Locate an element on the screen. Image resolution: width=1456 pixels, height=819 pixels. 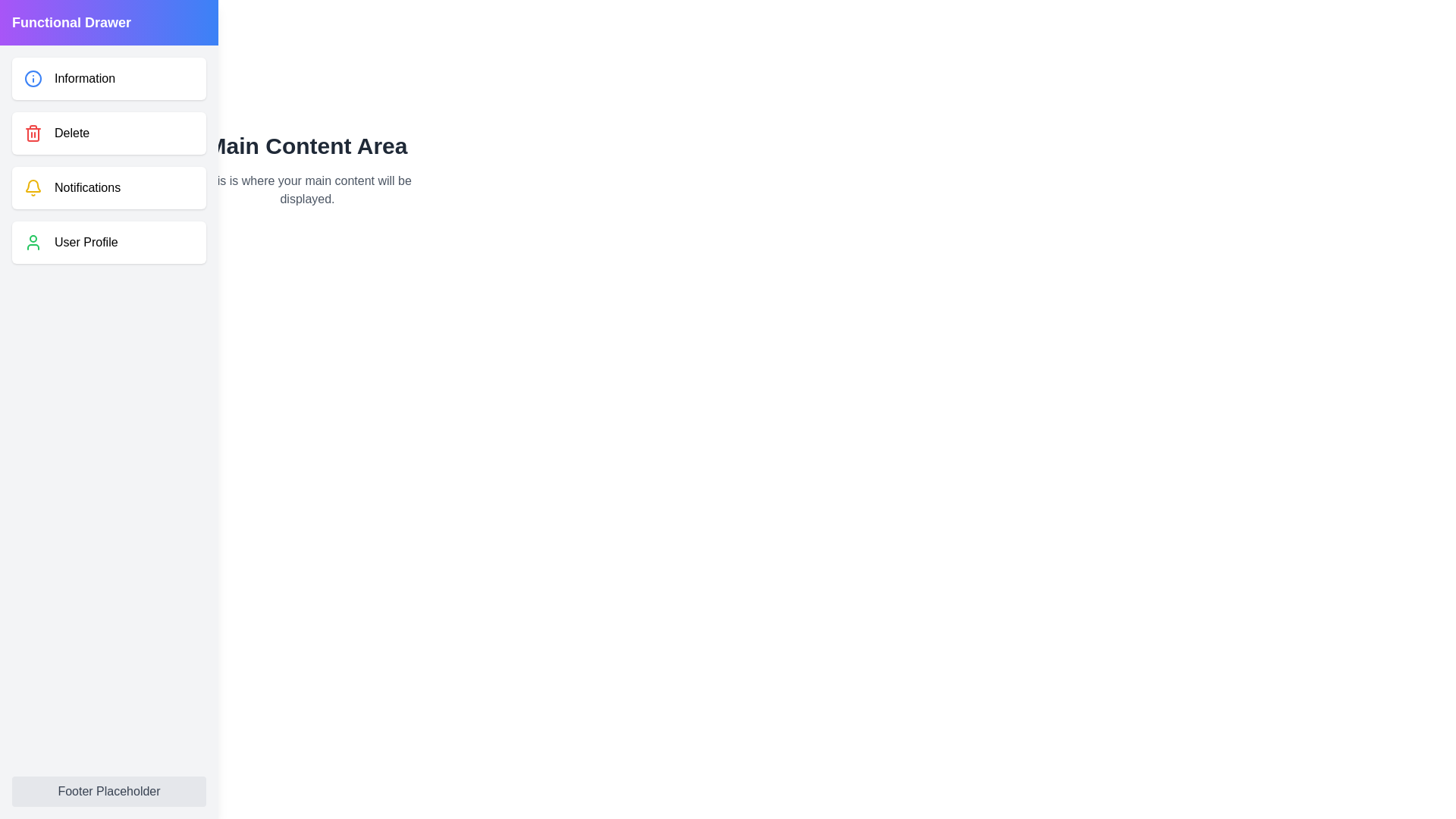
the 'User Profile' button, which is a rectangular button with a user icon and a white background that changes to light gray on hover is located at coordinates (108, 242).